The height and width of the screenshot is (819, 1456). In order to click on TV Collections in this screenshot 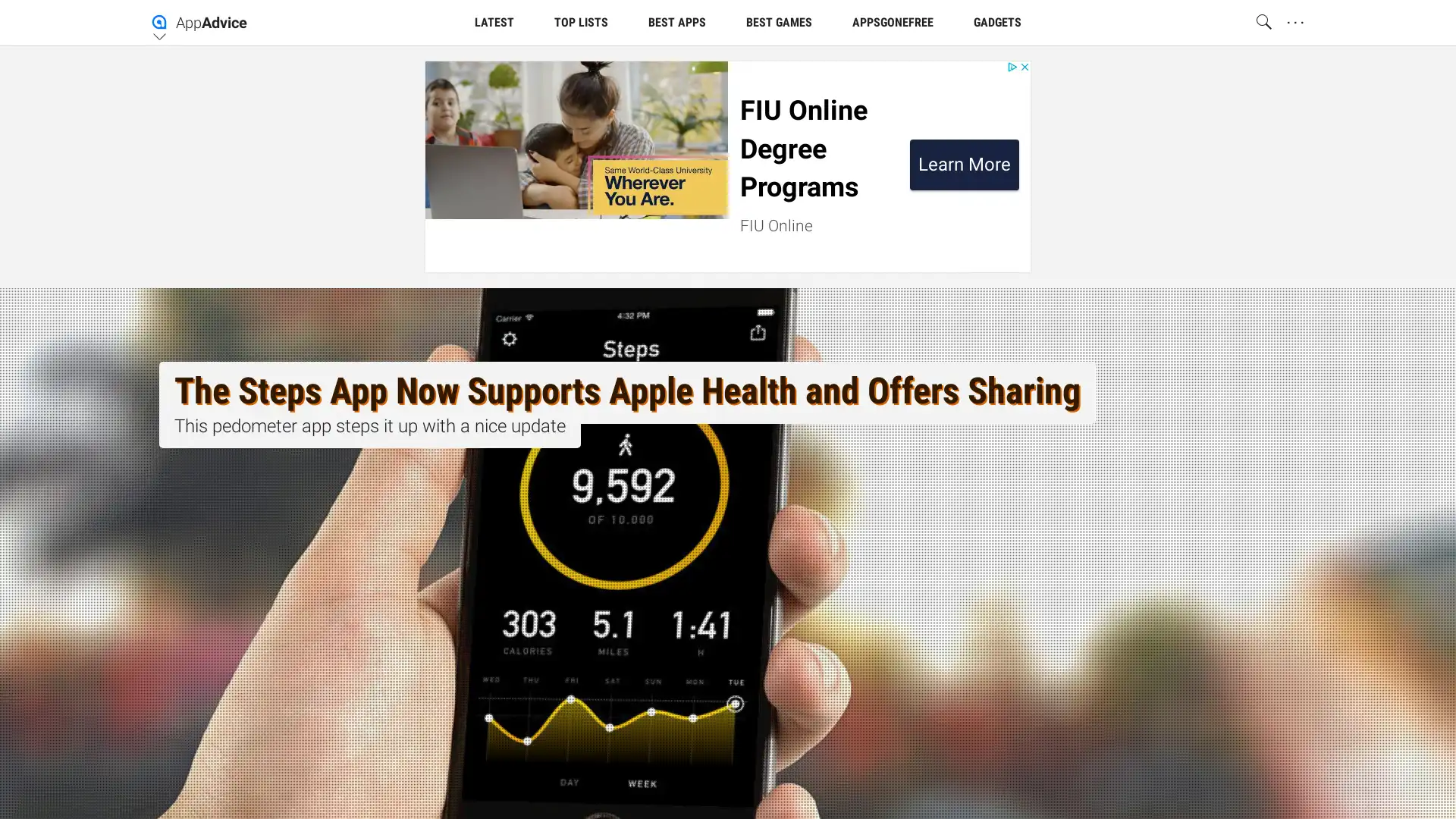, I will do `click(742, 143)`.